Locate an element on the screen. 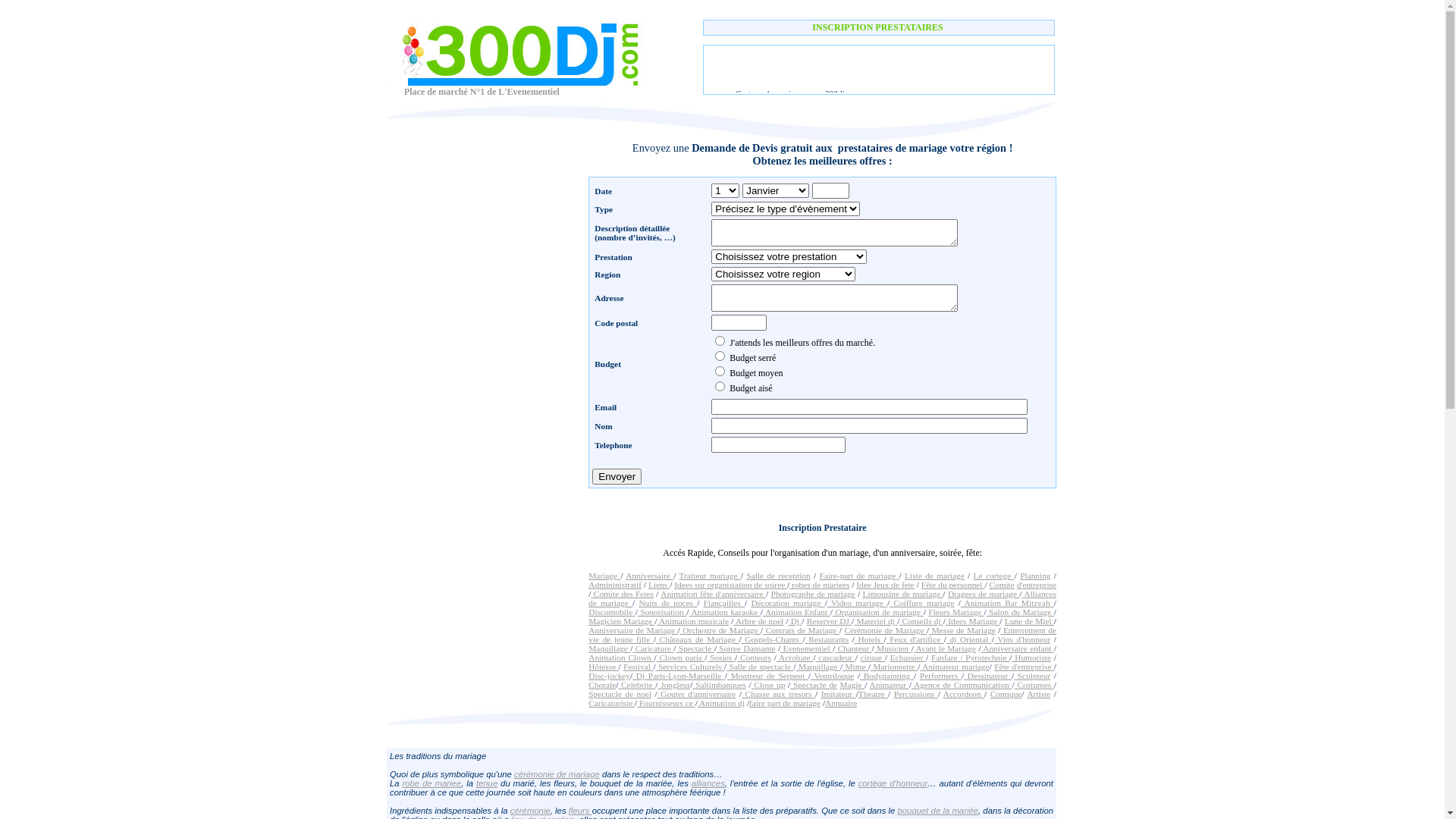 The image size is (1456, 819). 'Disc-jockey' is located at coordinates (609, 675).